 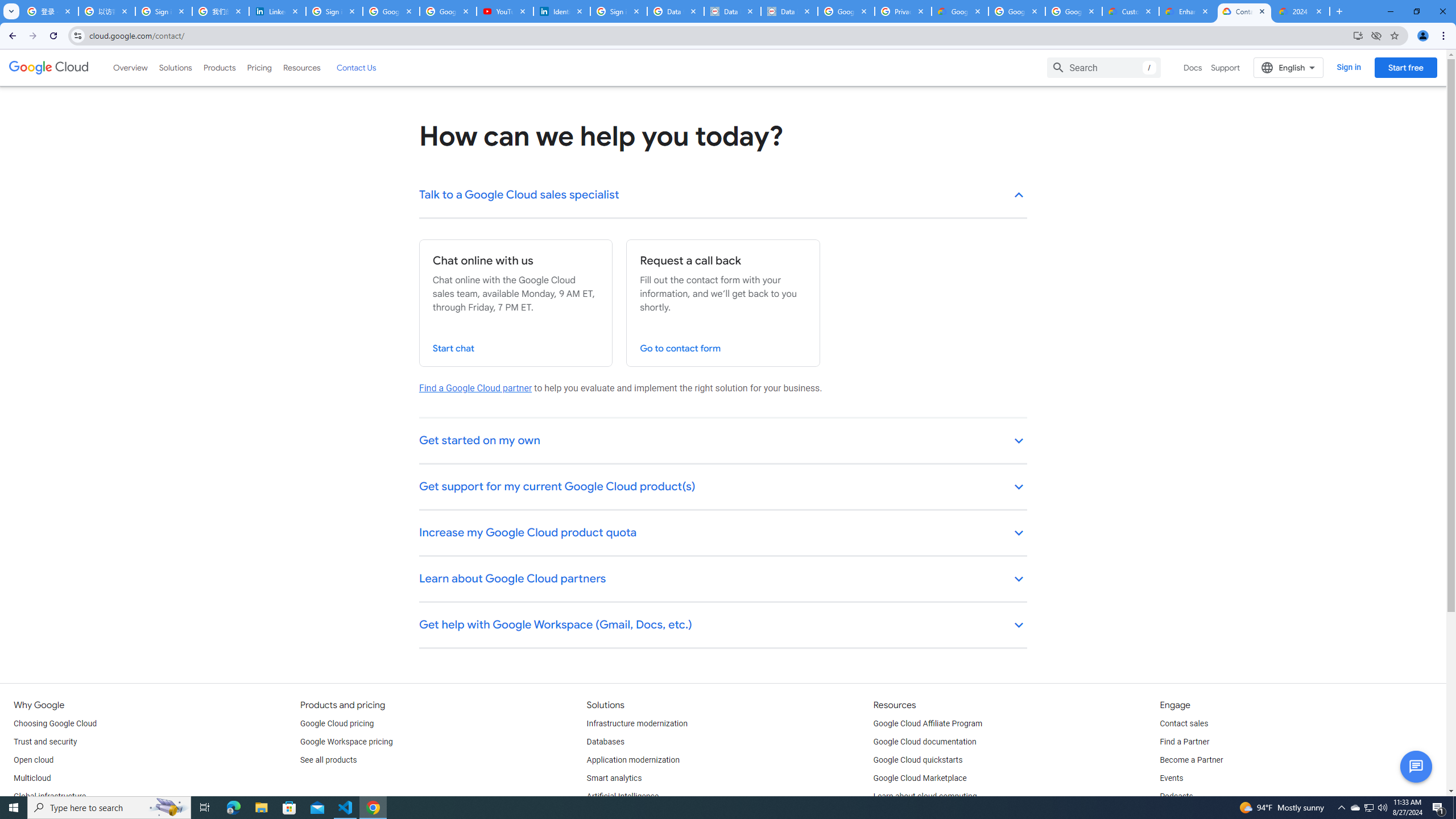 I want to click on 'Data Privacy Framework', so click(x=788, y=11).